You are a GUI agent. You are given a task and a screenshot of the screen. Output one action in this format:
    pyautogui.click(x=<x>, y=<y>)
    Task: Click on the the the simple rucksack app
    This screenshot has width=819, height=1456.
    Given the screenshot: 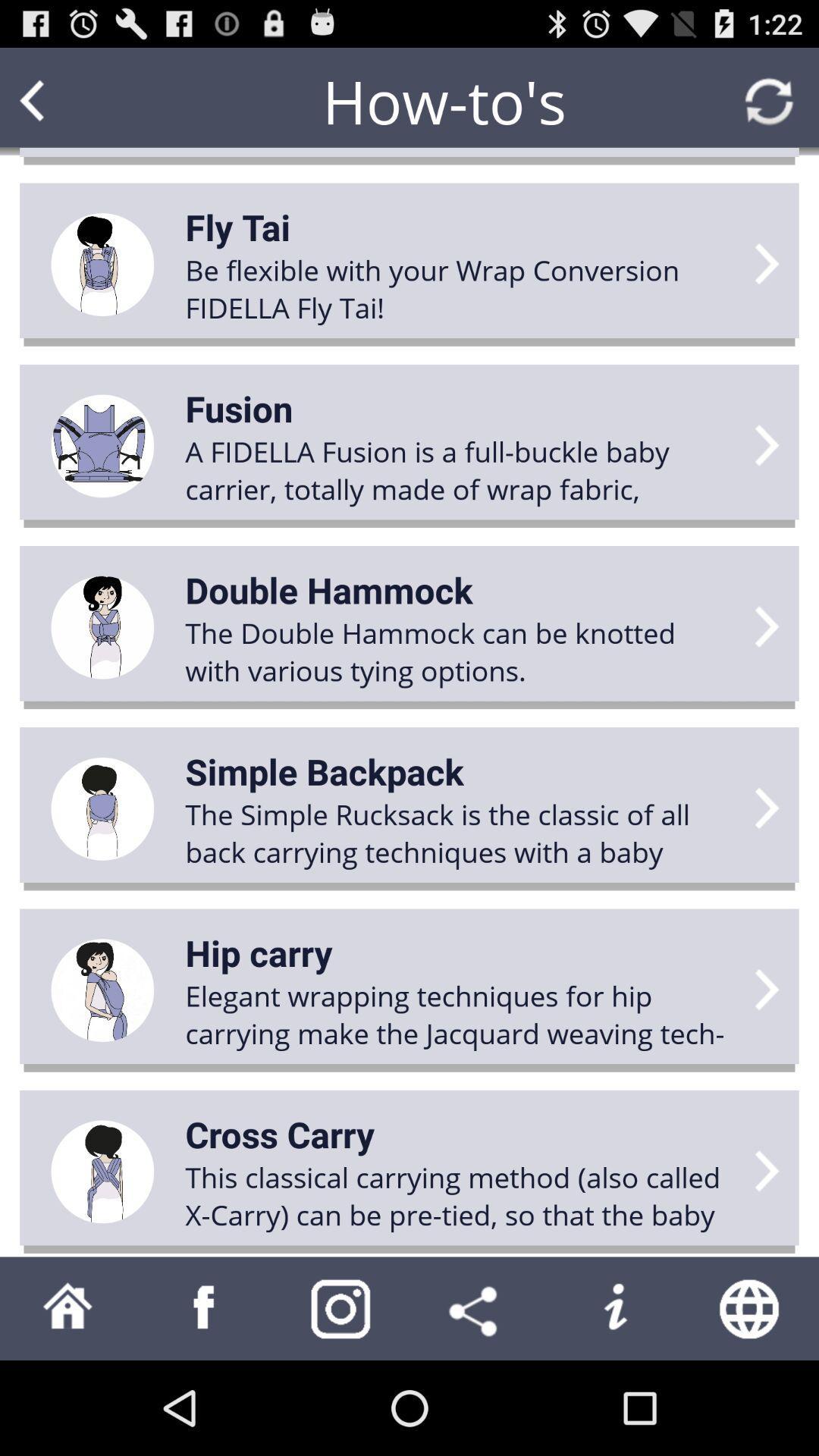 What is the action you would take?
    pyautogui.click(x=460, y=832)
    